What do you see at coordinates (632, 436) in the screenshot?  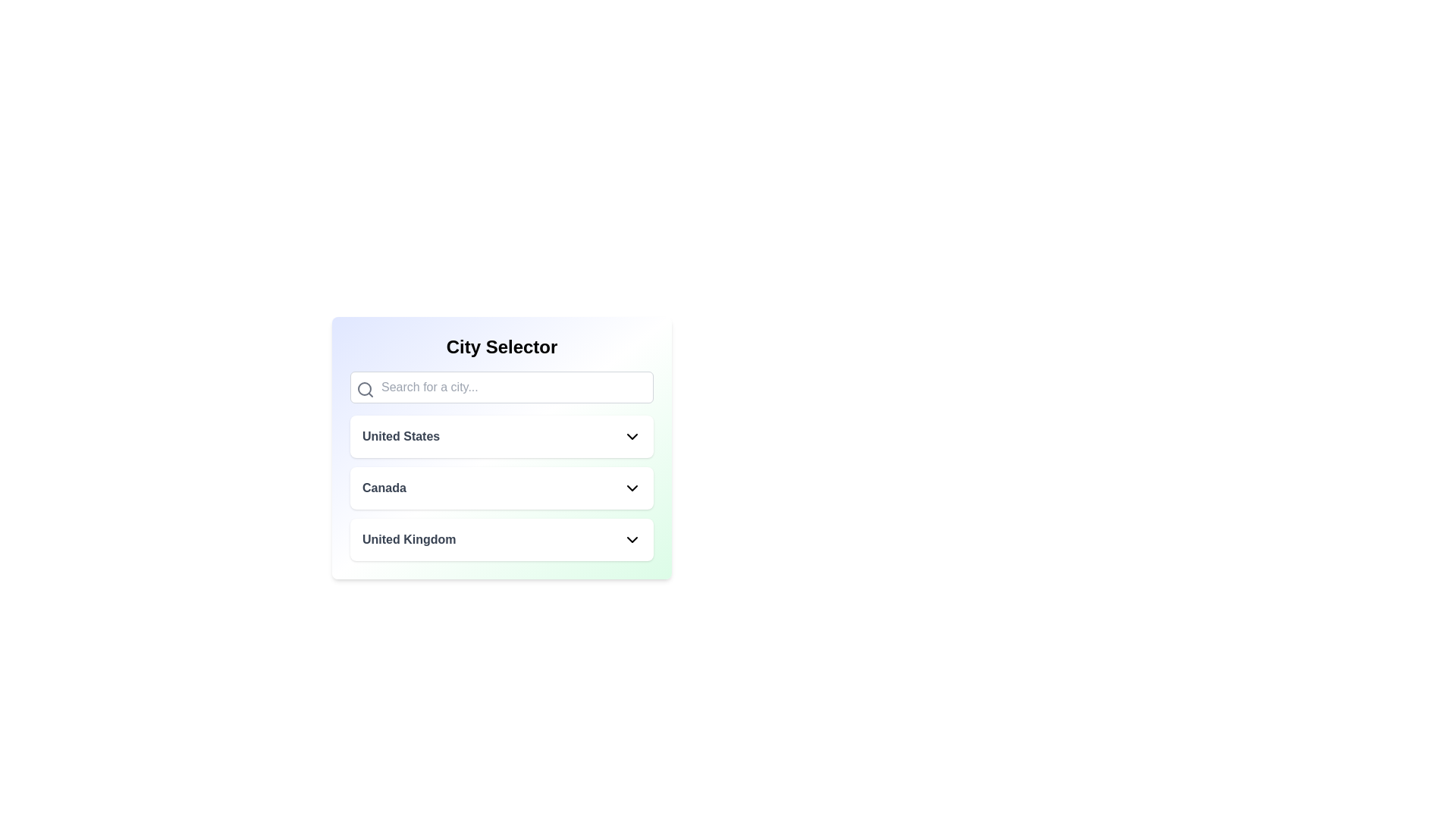 I see `the downward-pointing chevron icon button located to the right of the 'United States' text label in the dropdown menu` at bounding box center [632, 436].